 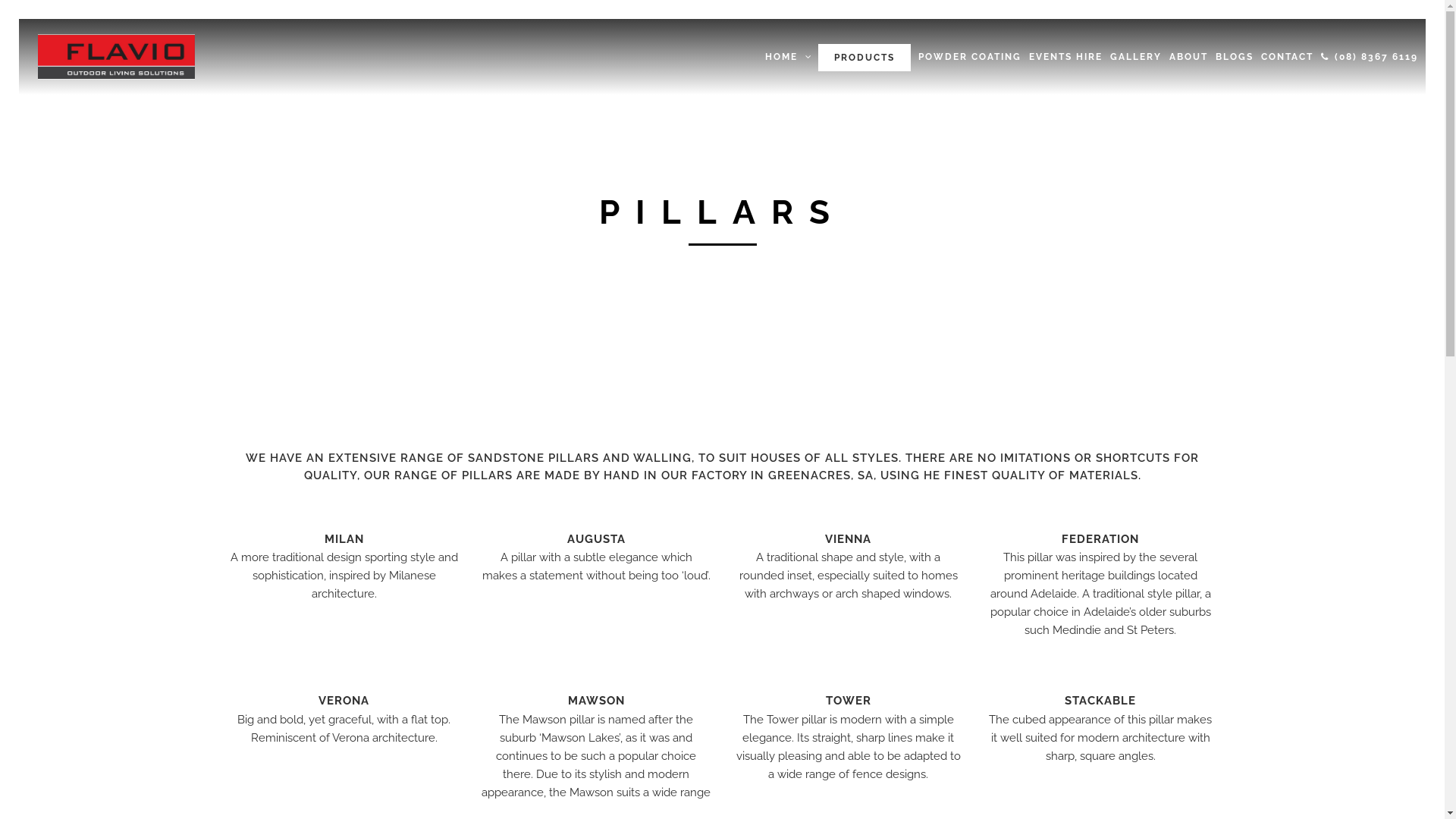 I want to click on 'BLOGS', so click(x=1234, y=55).